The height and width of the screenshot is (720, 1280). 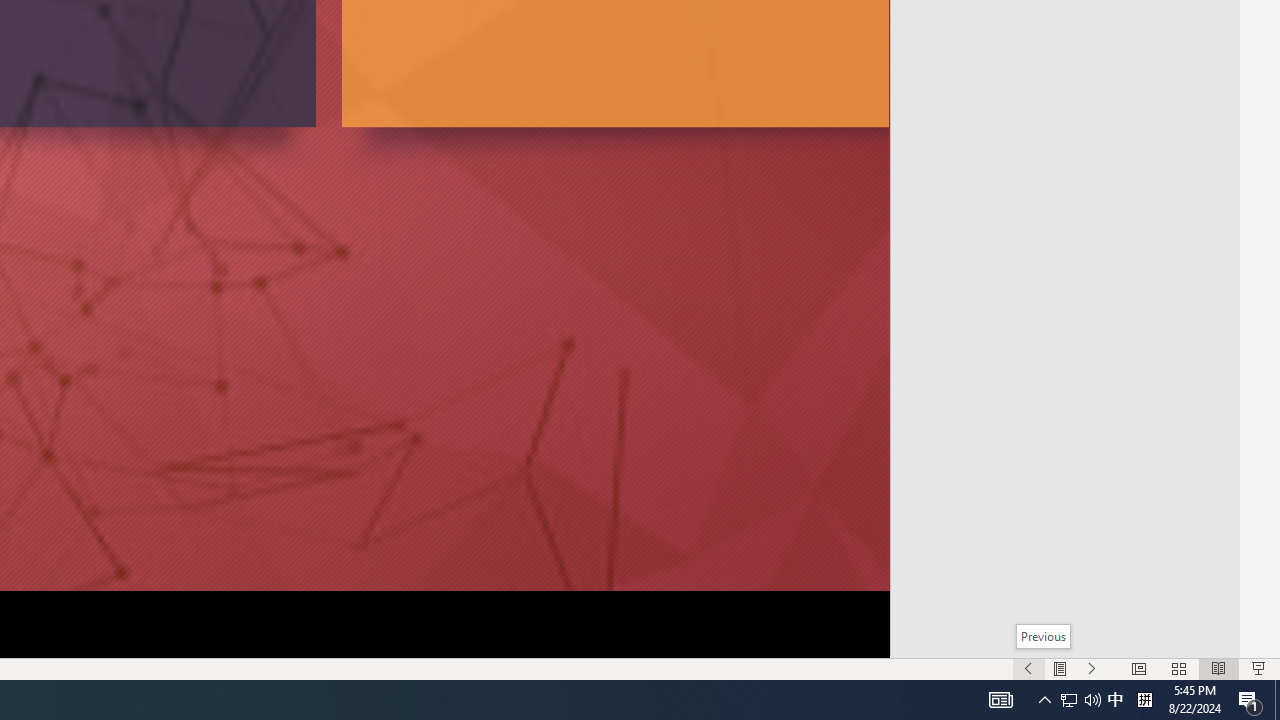 I want to click on 'Slide Sorter', so click(x=1178, y=669).